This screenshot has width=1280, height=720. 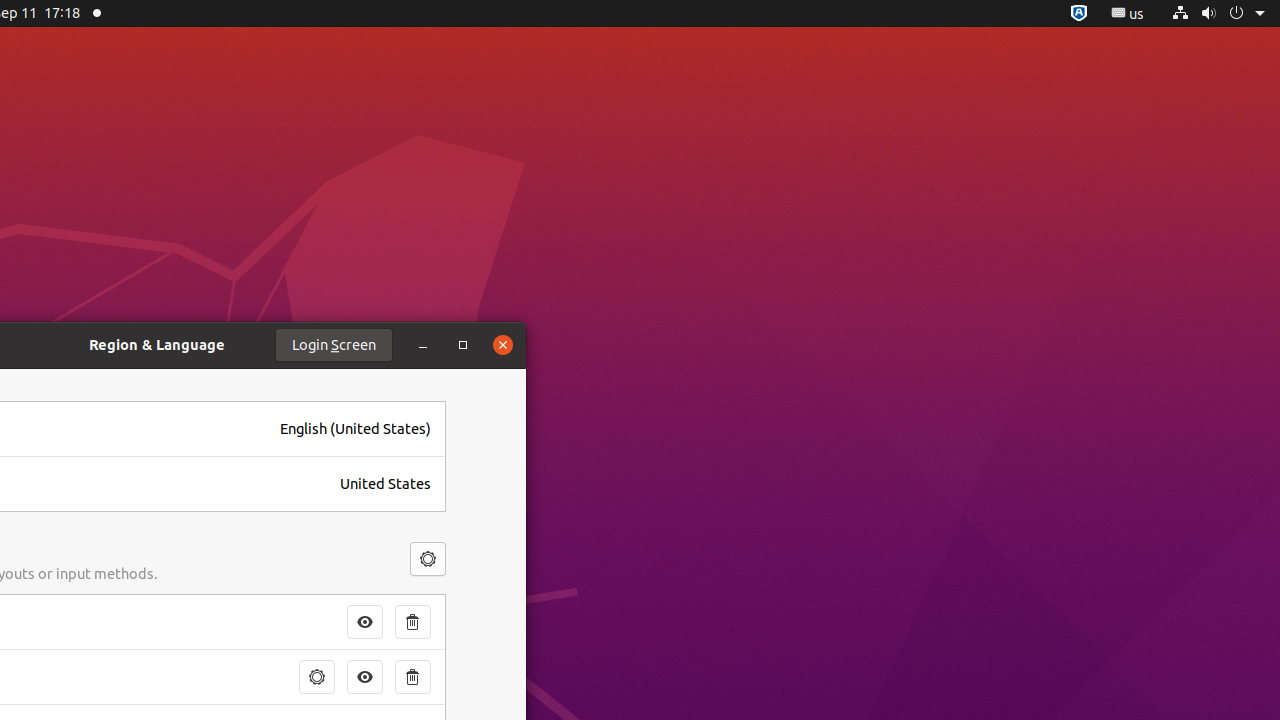 What do you see at coordinates (1217, 13) in the screenshot?
I see `'System'` at bounding box center [1217, 13].